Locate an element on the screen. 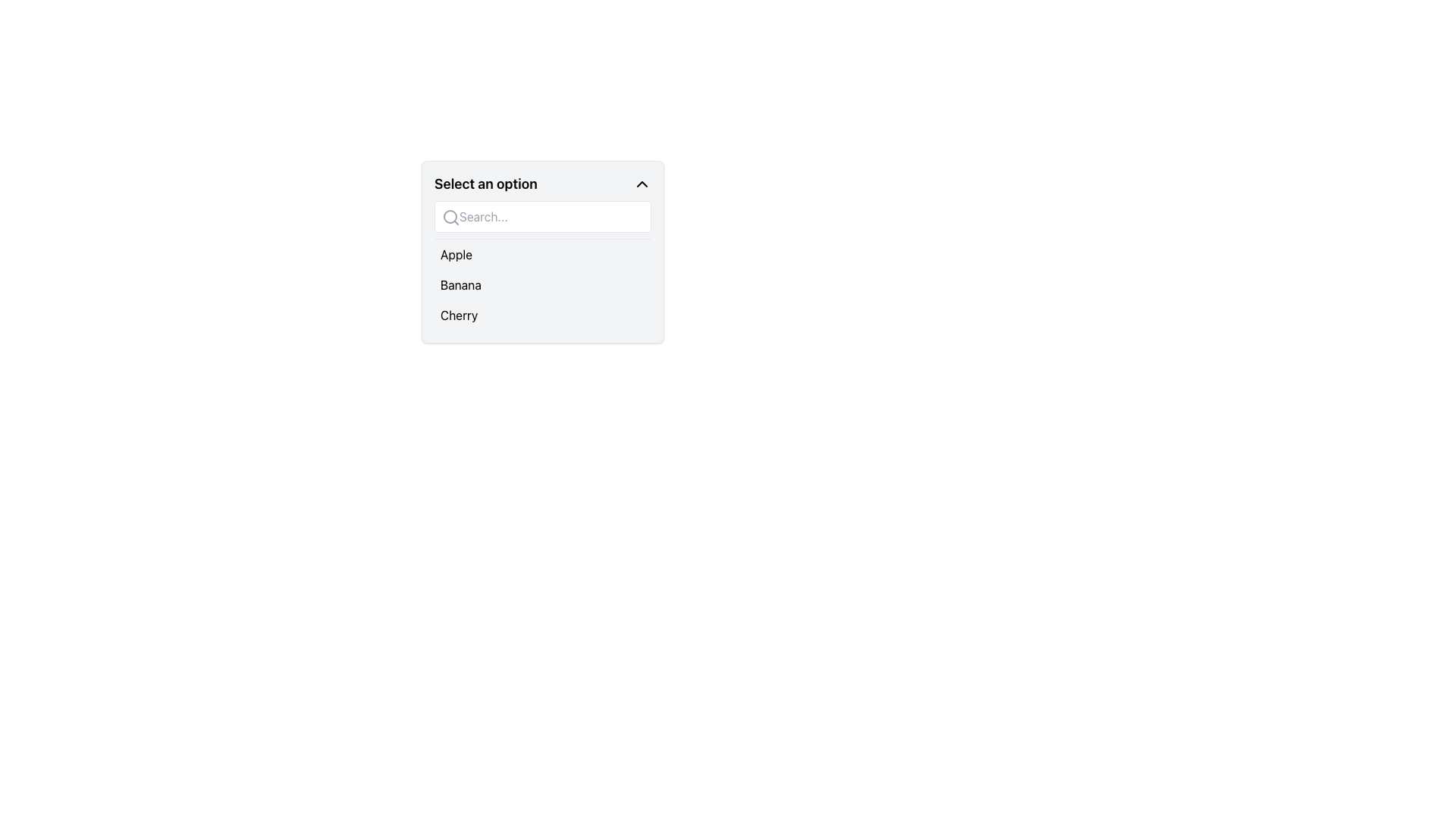 The image size is (1456, 819). the 'Cherry' option in the dropdown menu is located at coordinates (542, 315).